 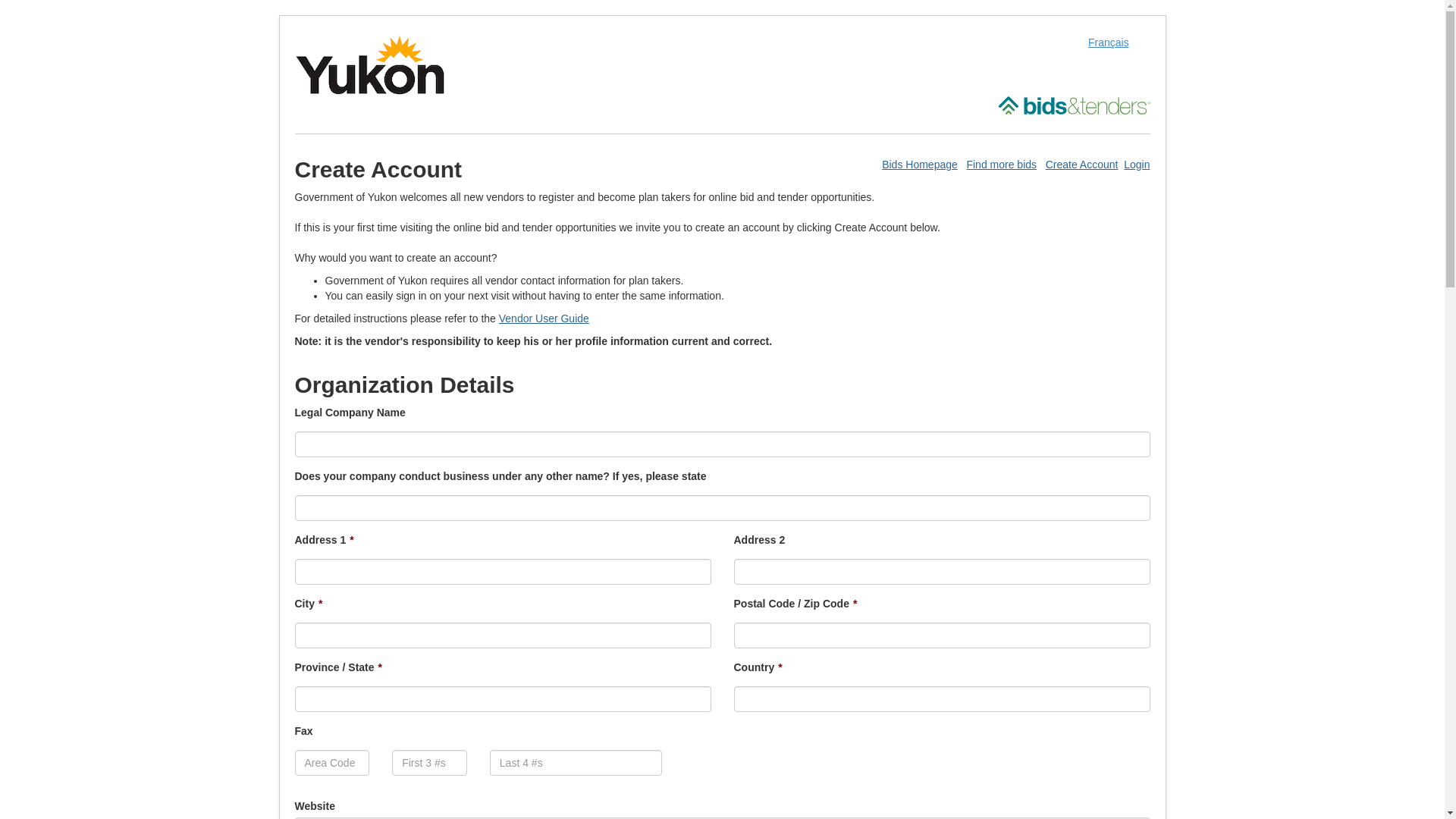 I want to click on 'Open Bids and Tenders site in a new window', so click(x=1073, y=104).